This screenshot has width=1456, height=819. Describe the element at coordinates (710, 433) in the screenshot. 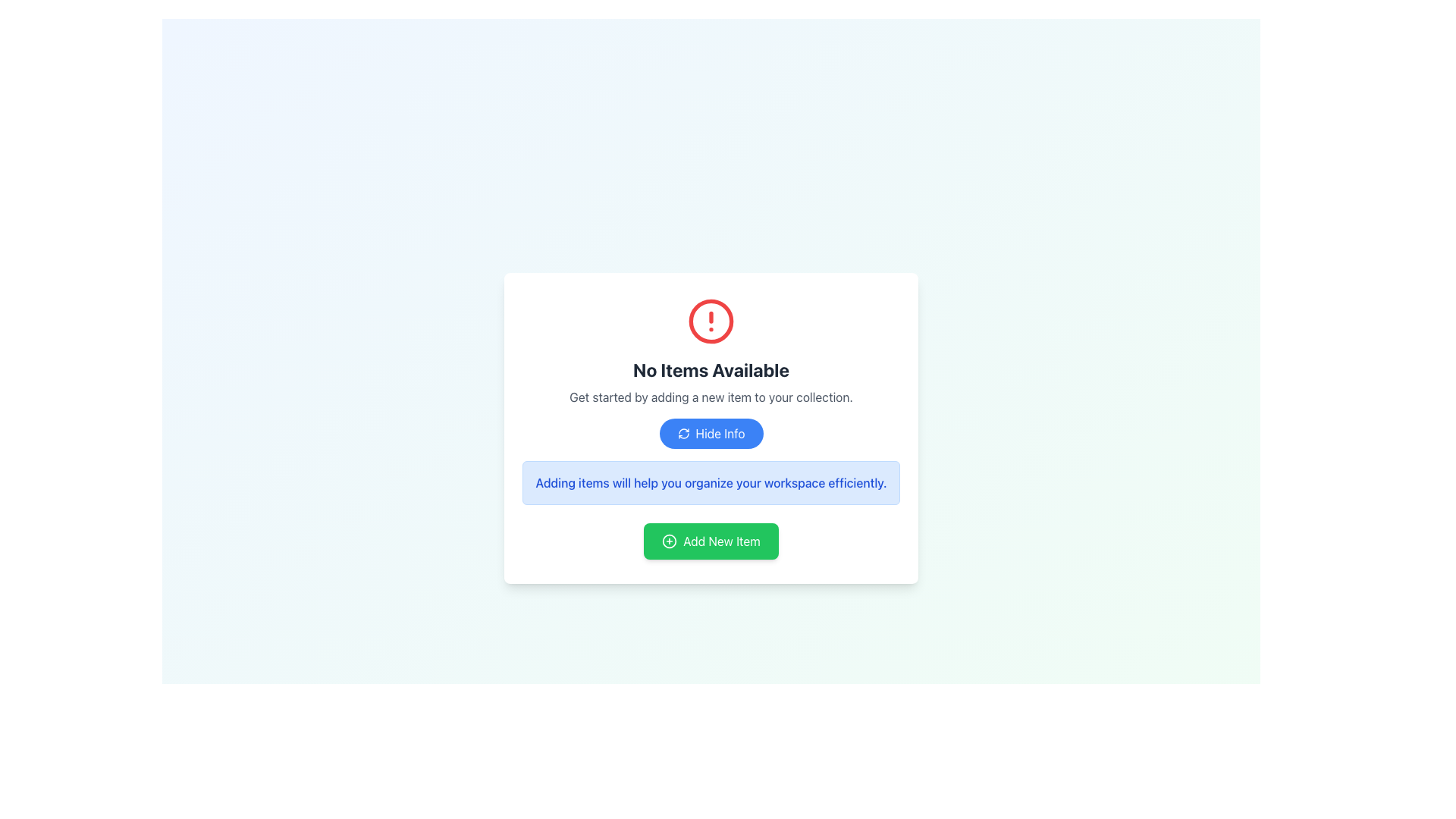

I see `the 'Hide Info' button with rounded edges and a blue background for keyboard interaction` at that location.